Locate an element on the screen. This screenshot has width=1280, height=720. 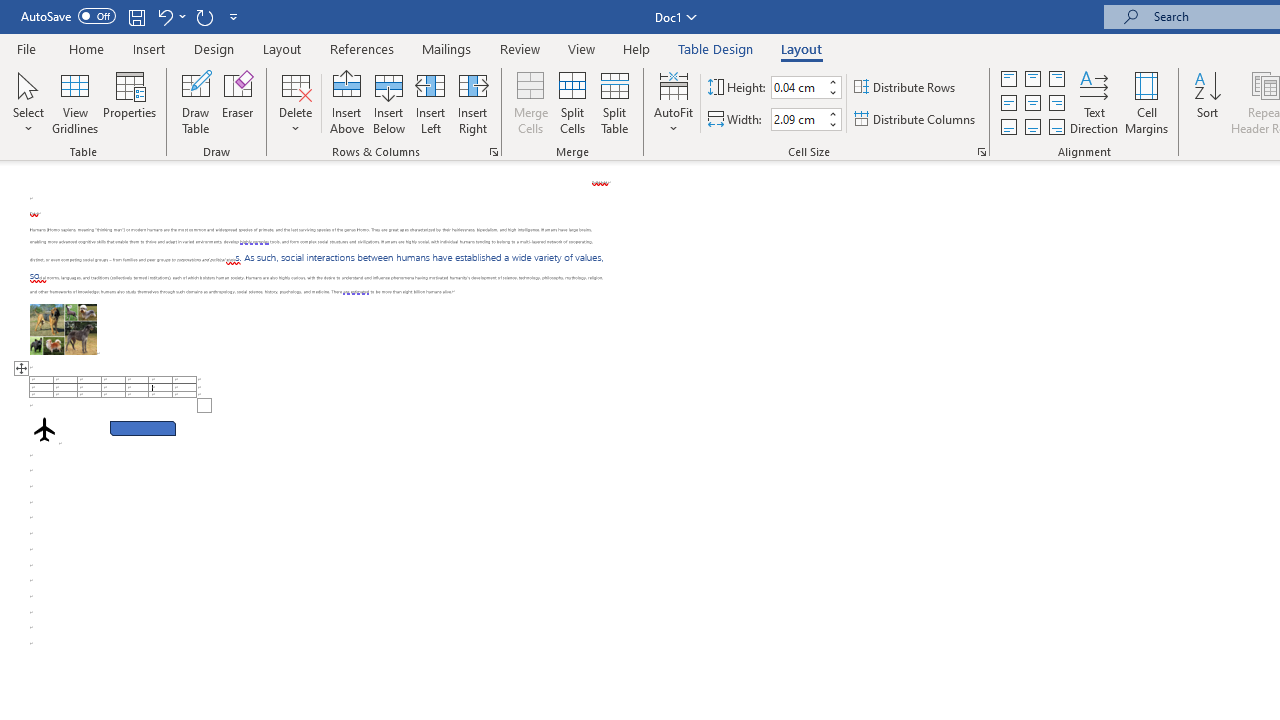
'Text Direction' is located at coordinates (1093, 103).